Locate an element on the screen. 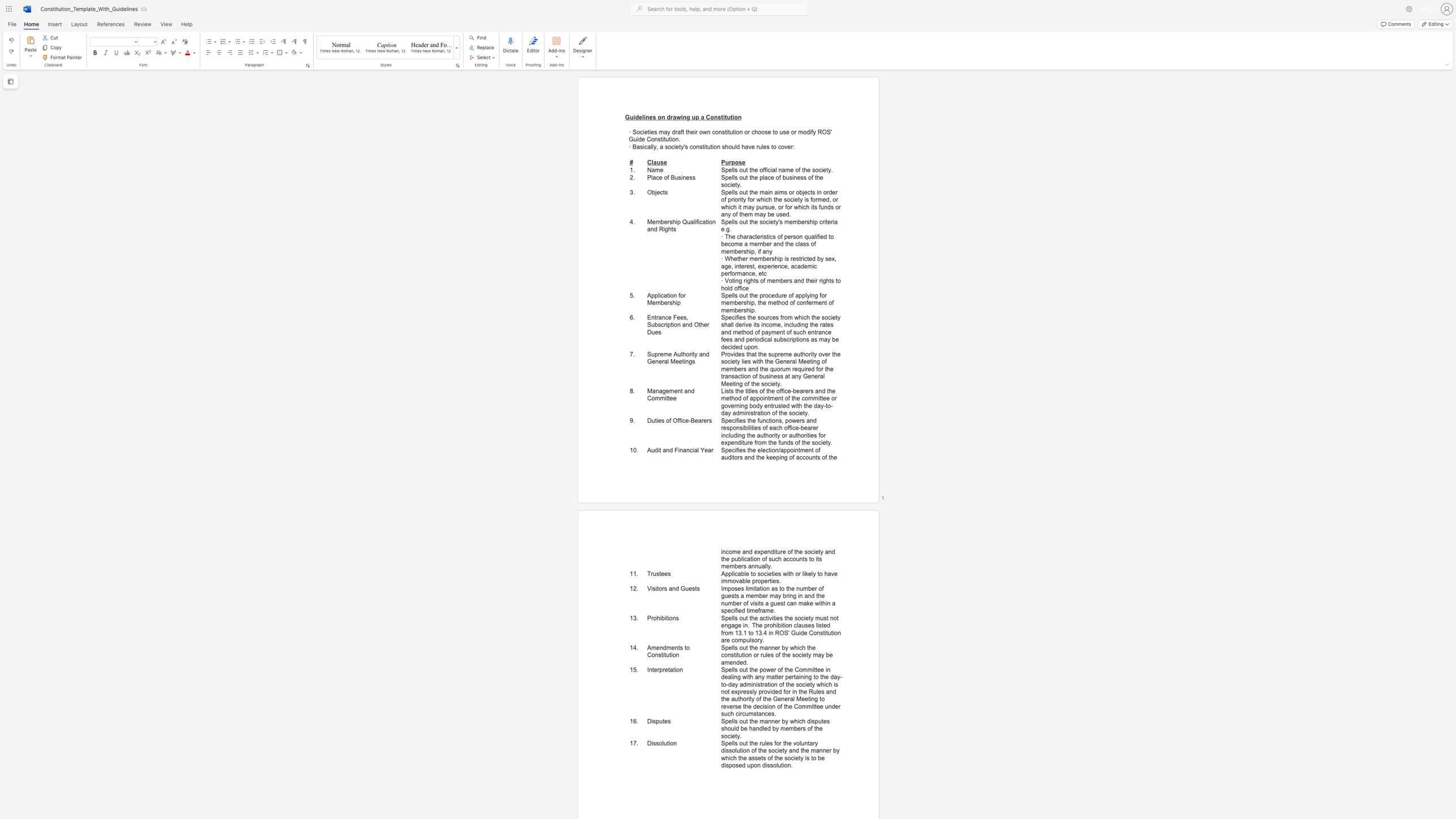 This screenshot has height=819, width=1456. the 2th character "n" in the text is located at coordinates (662, 117).